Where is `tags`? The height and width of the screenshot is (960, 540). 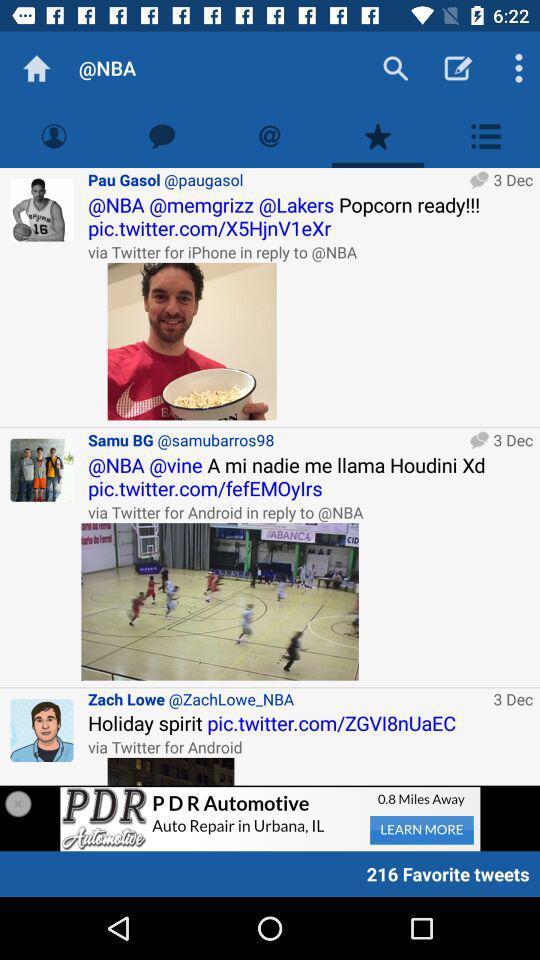
tags is located at coordinates (270, 135).